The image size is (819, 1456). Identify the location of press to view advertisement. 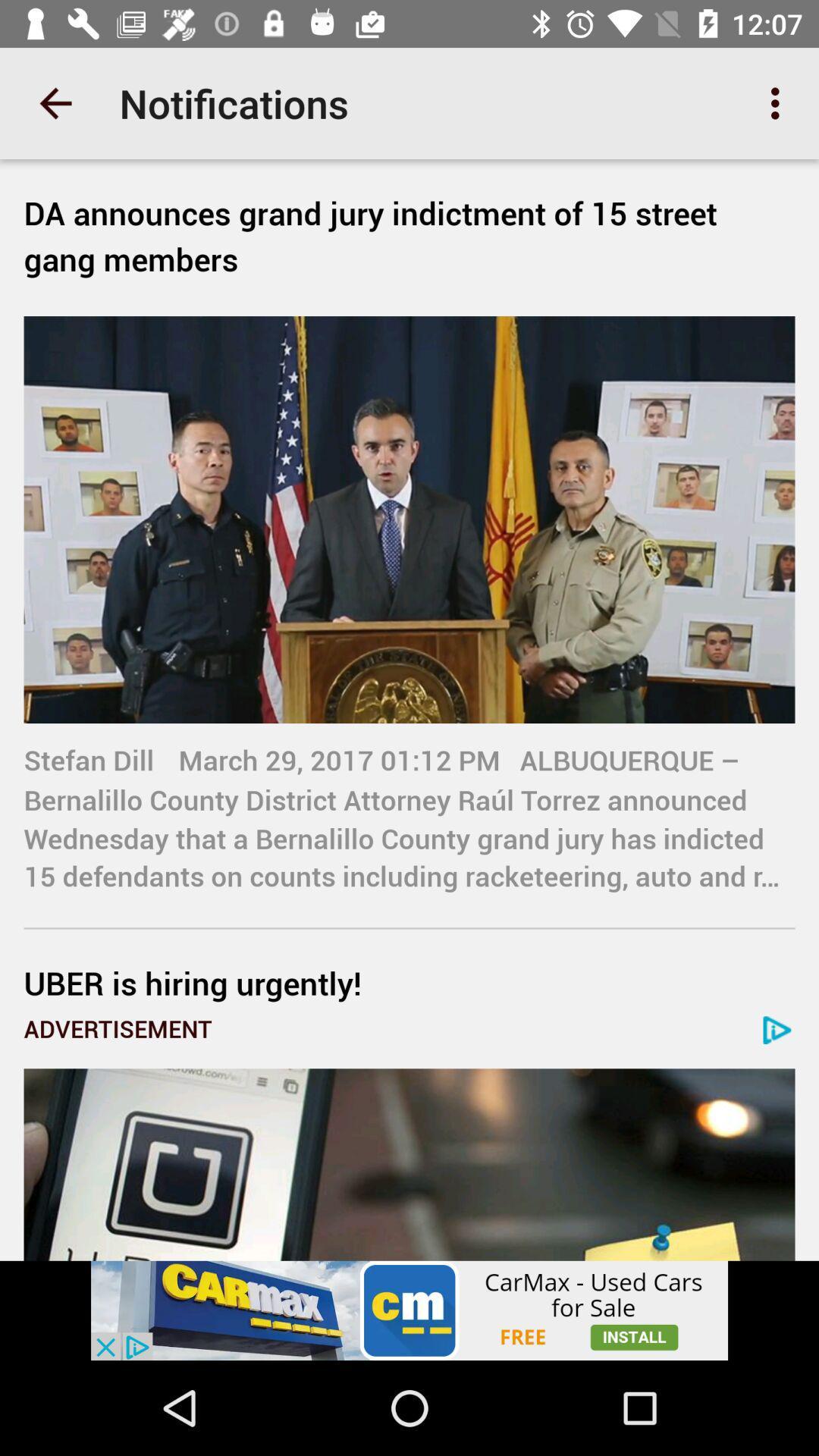
(409, 1310).